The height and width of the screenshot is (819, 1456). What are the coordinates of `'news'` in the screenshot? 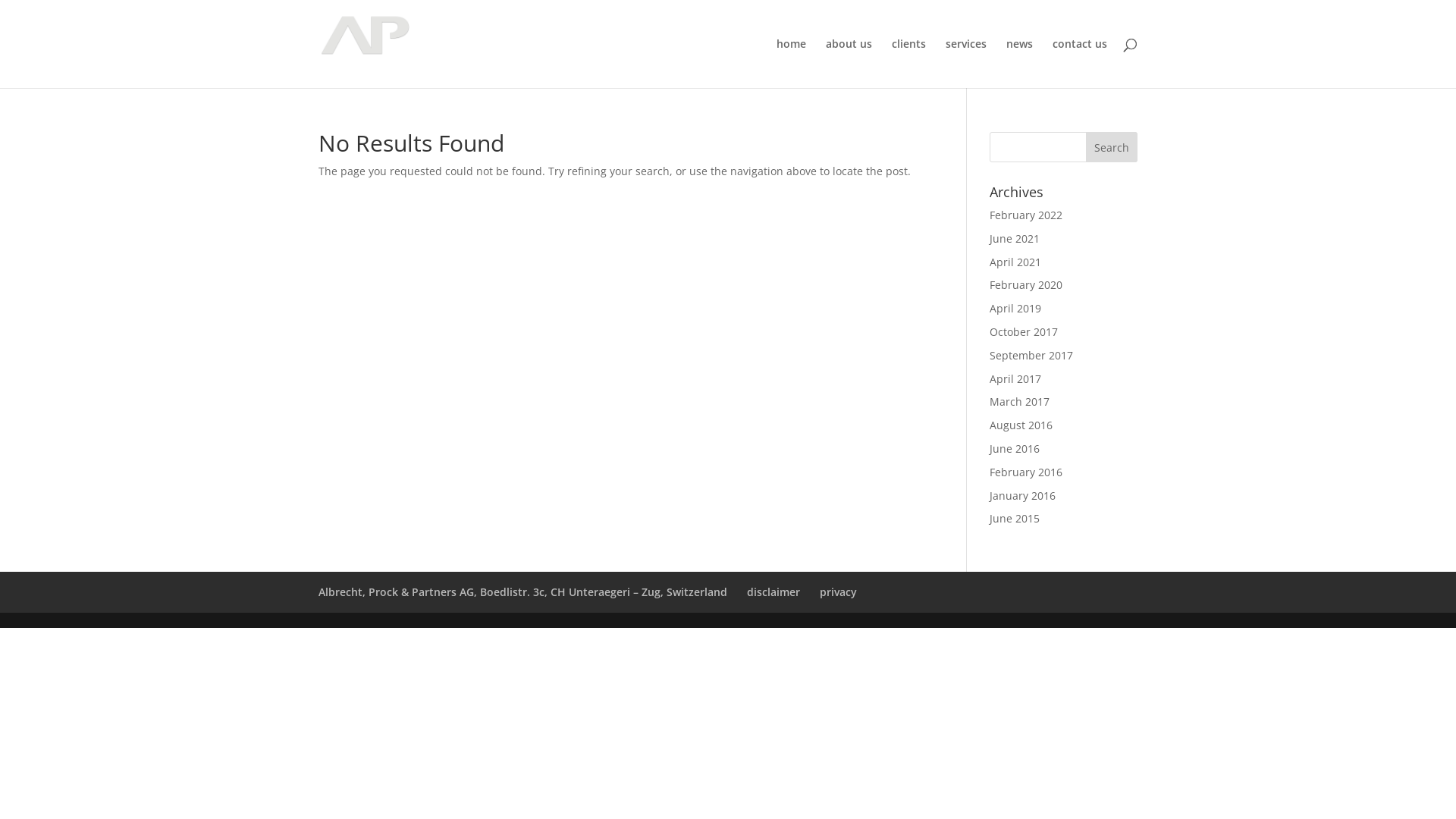 It's located at (1019, 62).